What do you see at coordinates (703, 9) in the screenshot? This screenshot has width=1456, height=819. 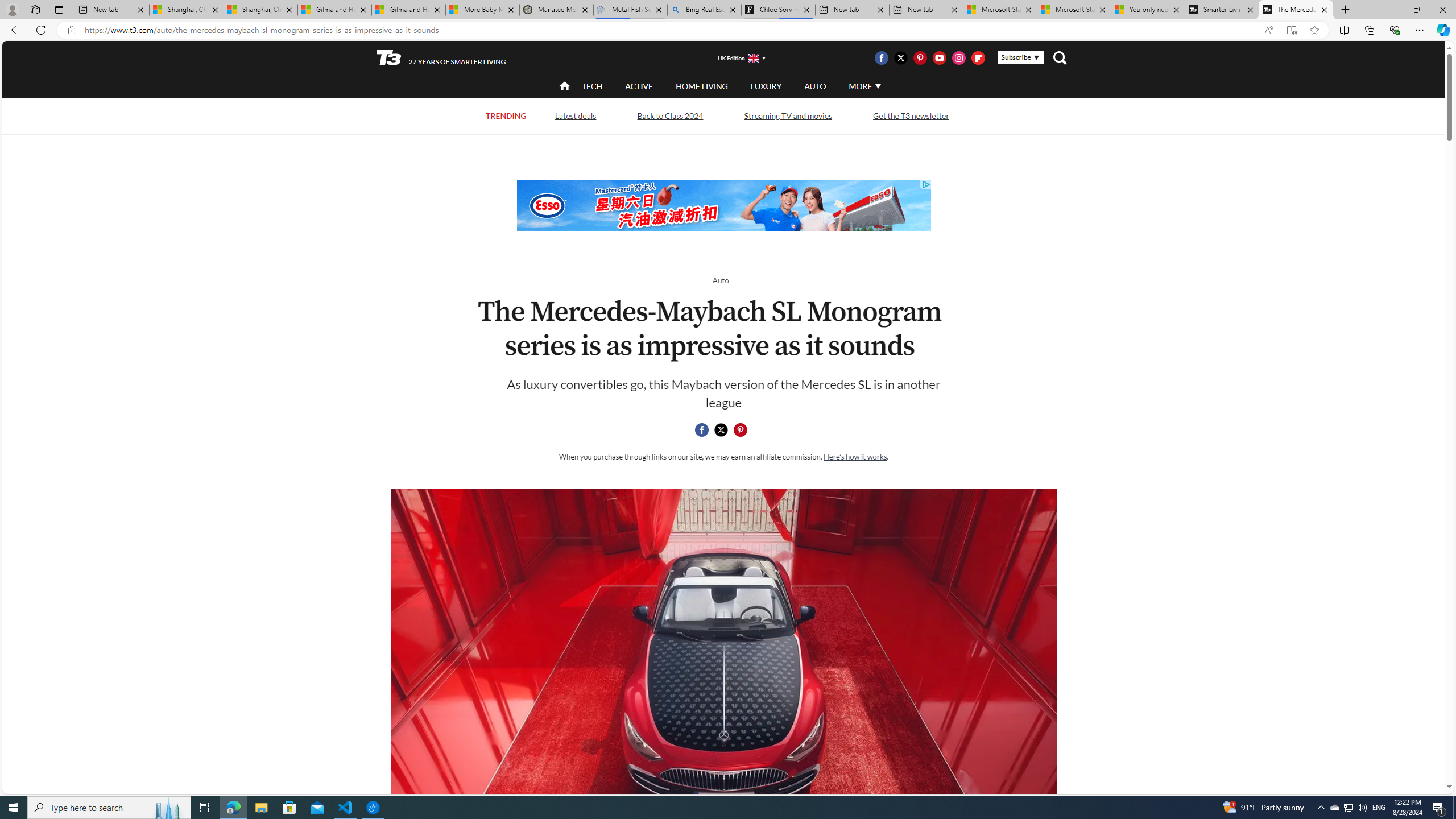 I see `'Bing Real Estate - Home sales and rental listings'` at bounding box center [703, 9].